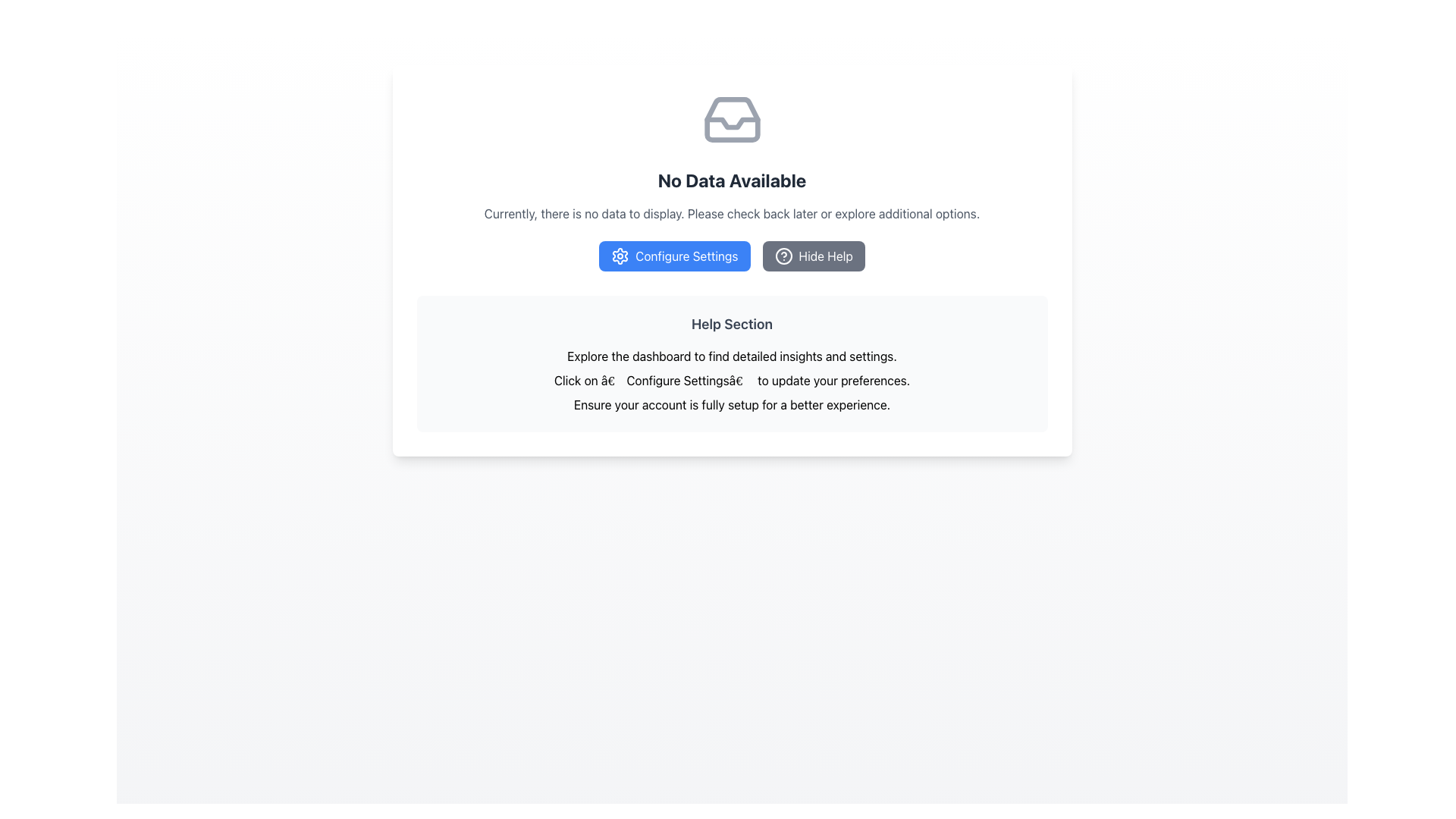 The image size is (1456, 819). Describe the element at coordinates (620, 256) in the screenshot. I see `the gear icon associated with the 'Configure Settings' button` at that location.